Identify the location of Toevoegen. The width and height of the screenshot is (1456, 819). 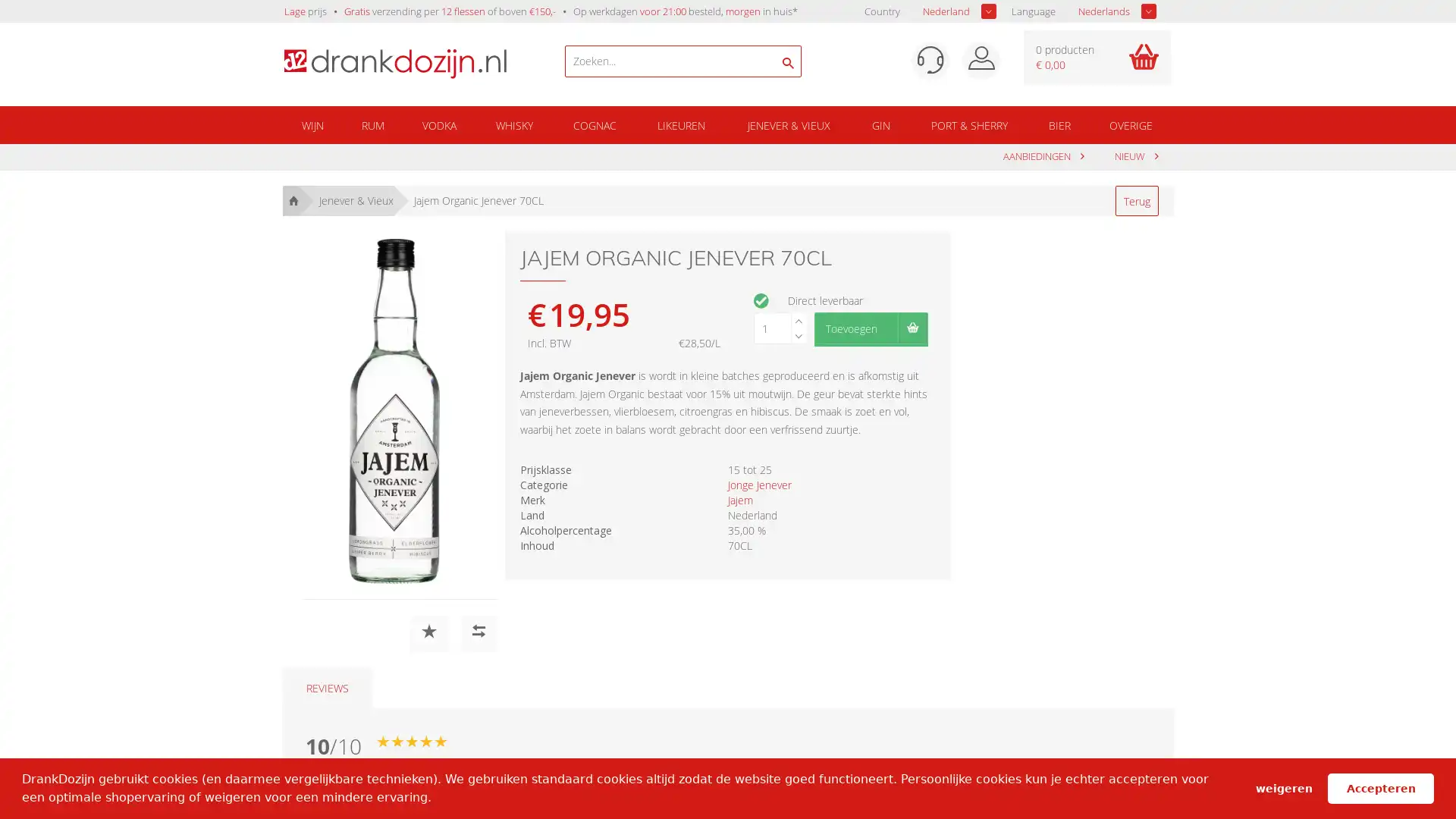
(870, 327).